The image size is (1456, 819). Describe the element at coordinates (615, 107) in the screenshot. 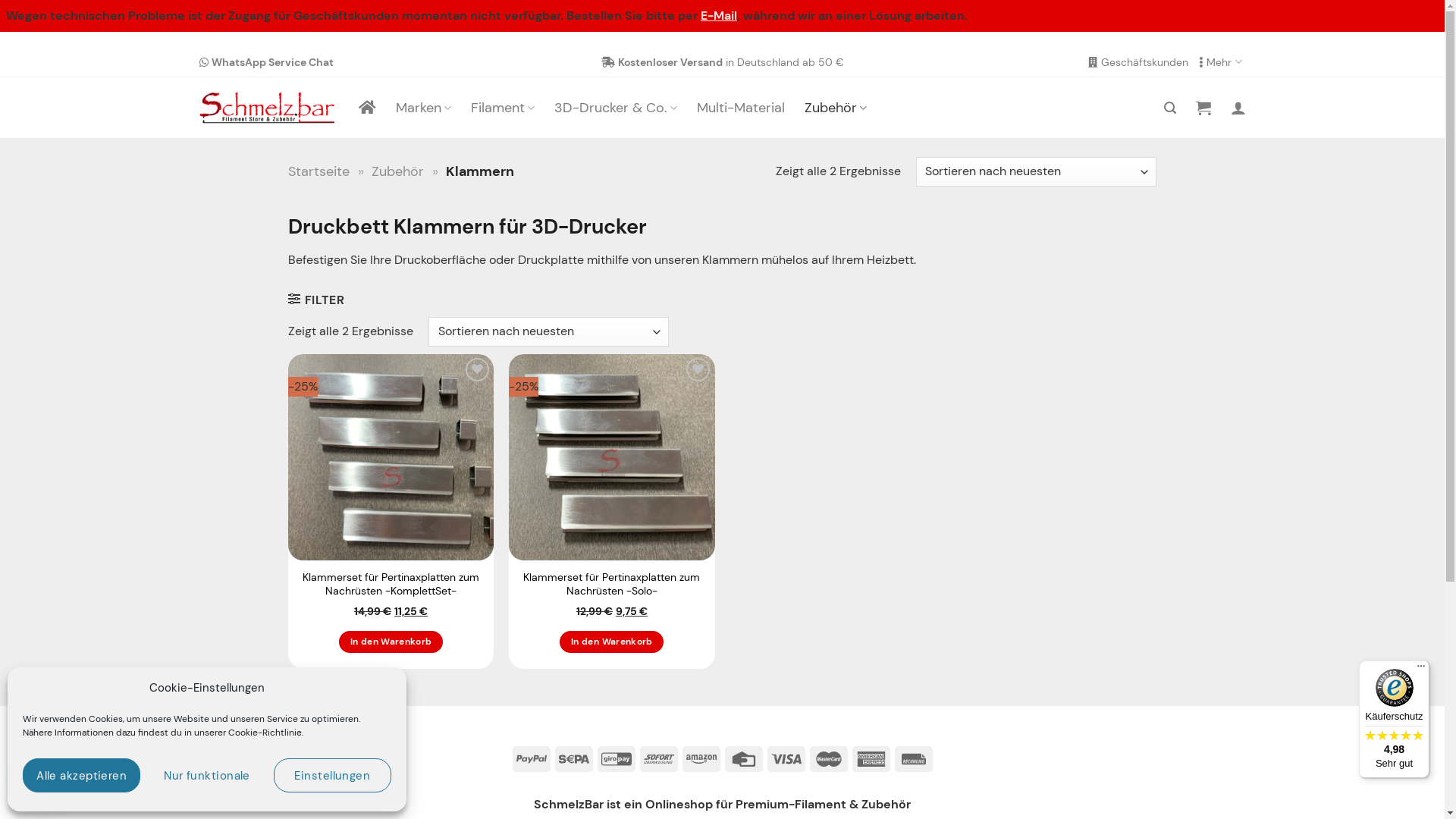

I see `'3D-Drucker & Co.'` at that location.